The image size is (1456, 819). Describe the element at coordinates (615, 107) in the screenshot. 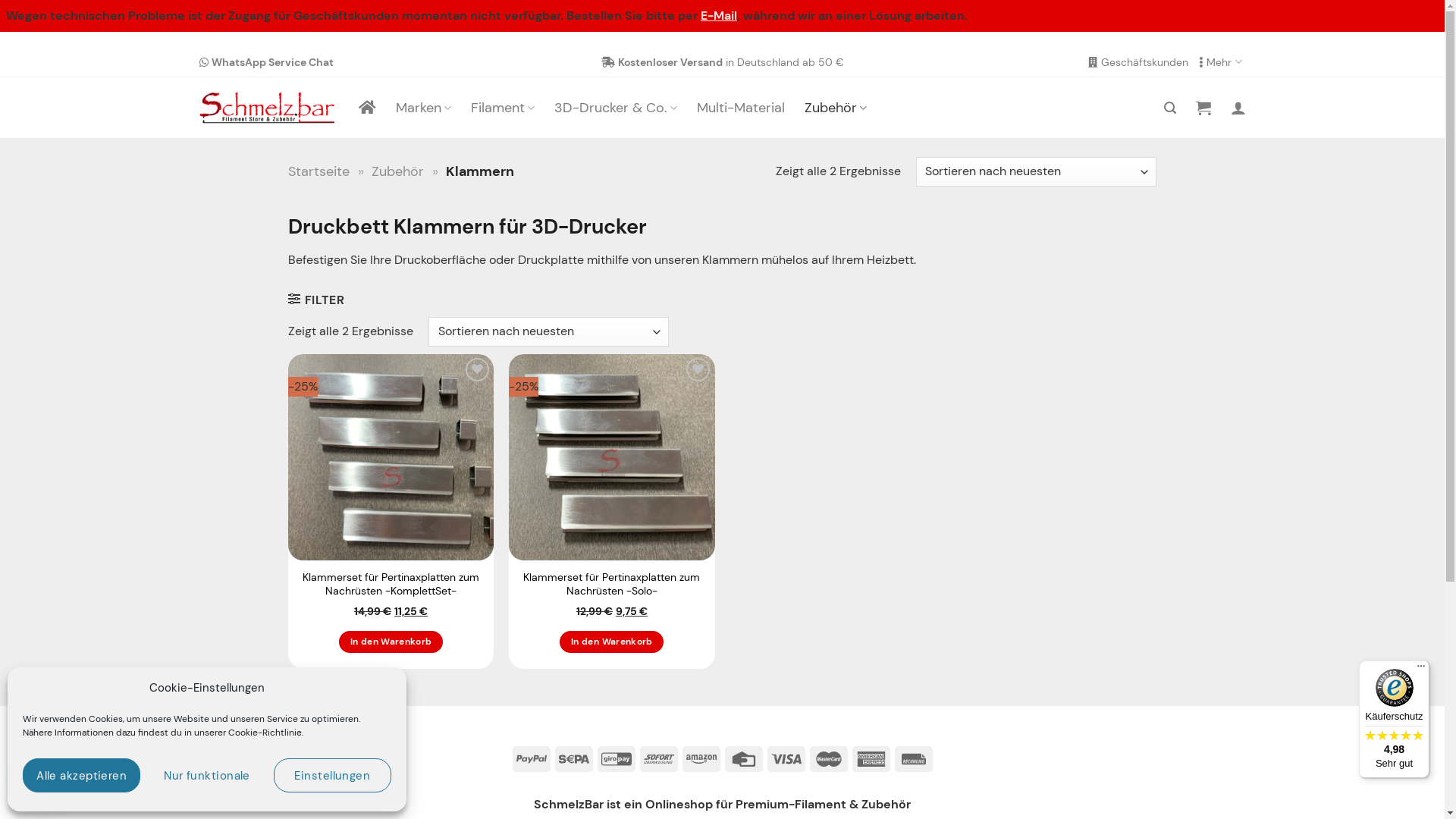

I see `'3D-Drucker & Co.'` at that location.